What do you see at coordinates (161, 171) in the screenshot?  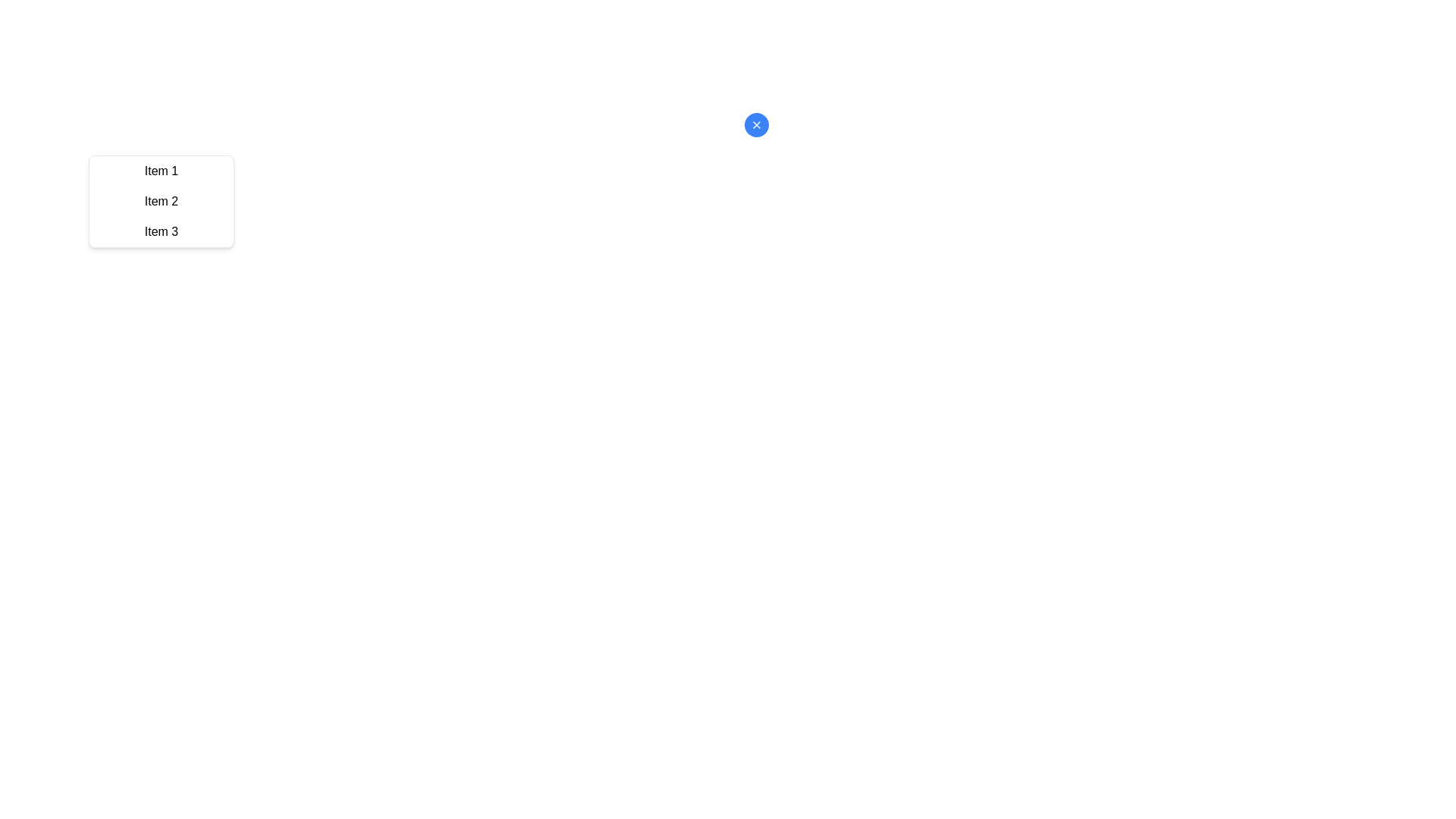 I see `the first list item labeled 'Item 1'` at bounding box center [161, 171].